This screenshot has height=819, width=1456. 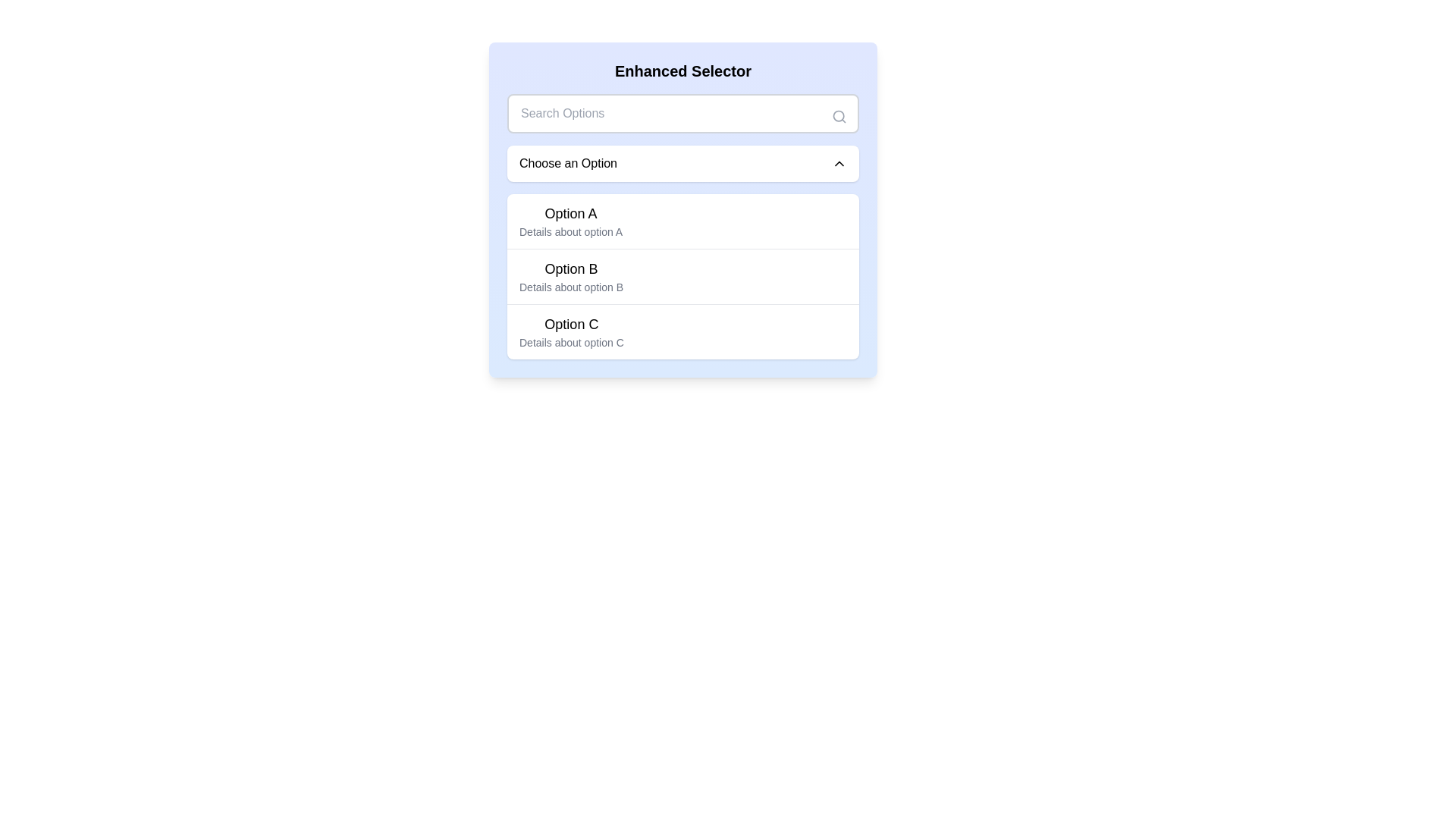 I want to click on the decorative graphical element that represents the lens of the magnifying glass in the search icon, located on the right side of the top 'Search Options' input box, so click(x=838, y=115).